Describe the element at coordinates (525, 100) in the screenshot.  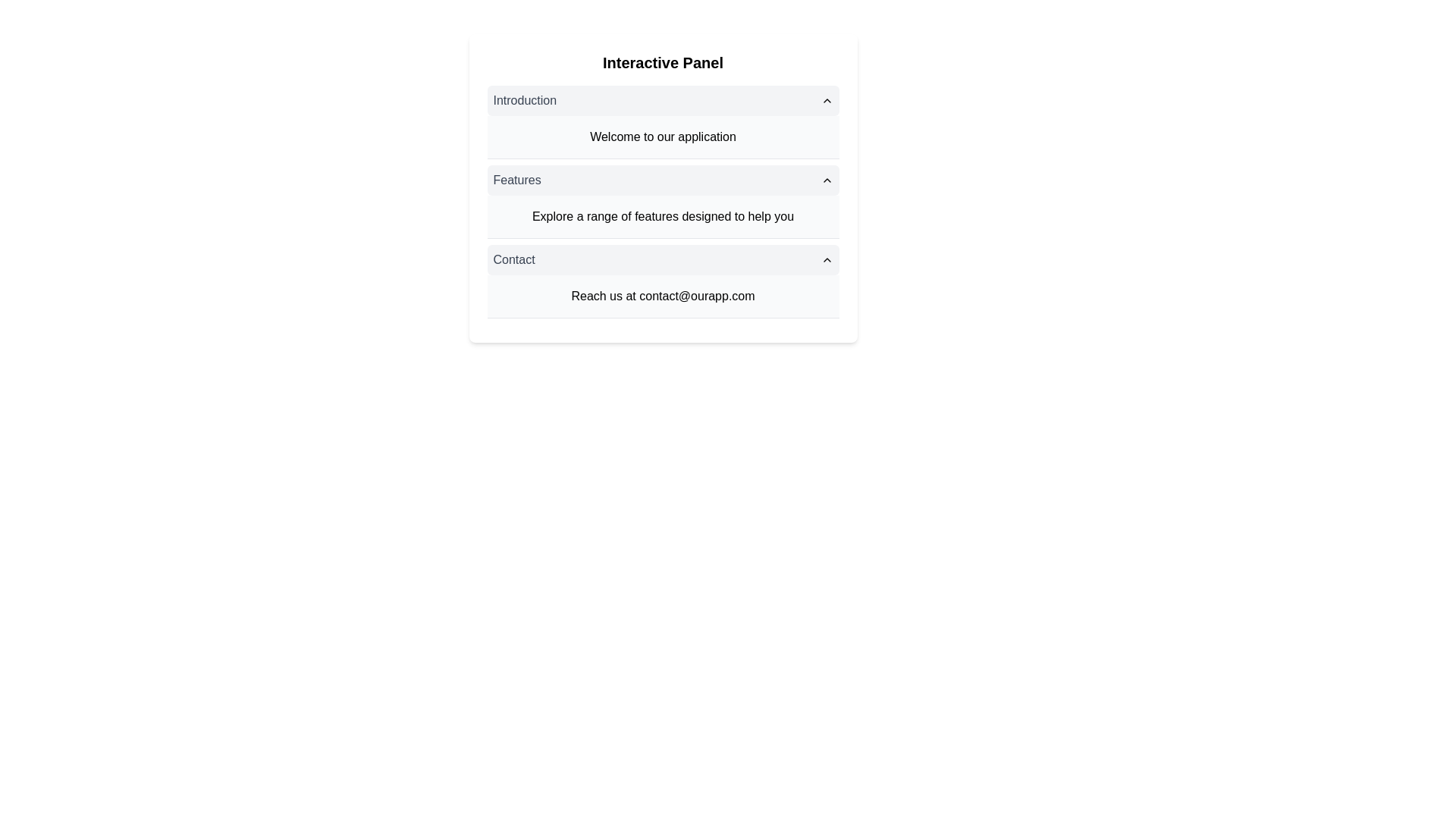
I see `the text label that displays 'Introduction', styled with medium font weight and gray color, located in the top section of a vertical list layout` at that location.